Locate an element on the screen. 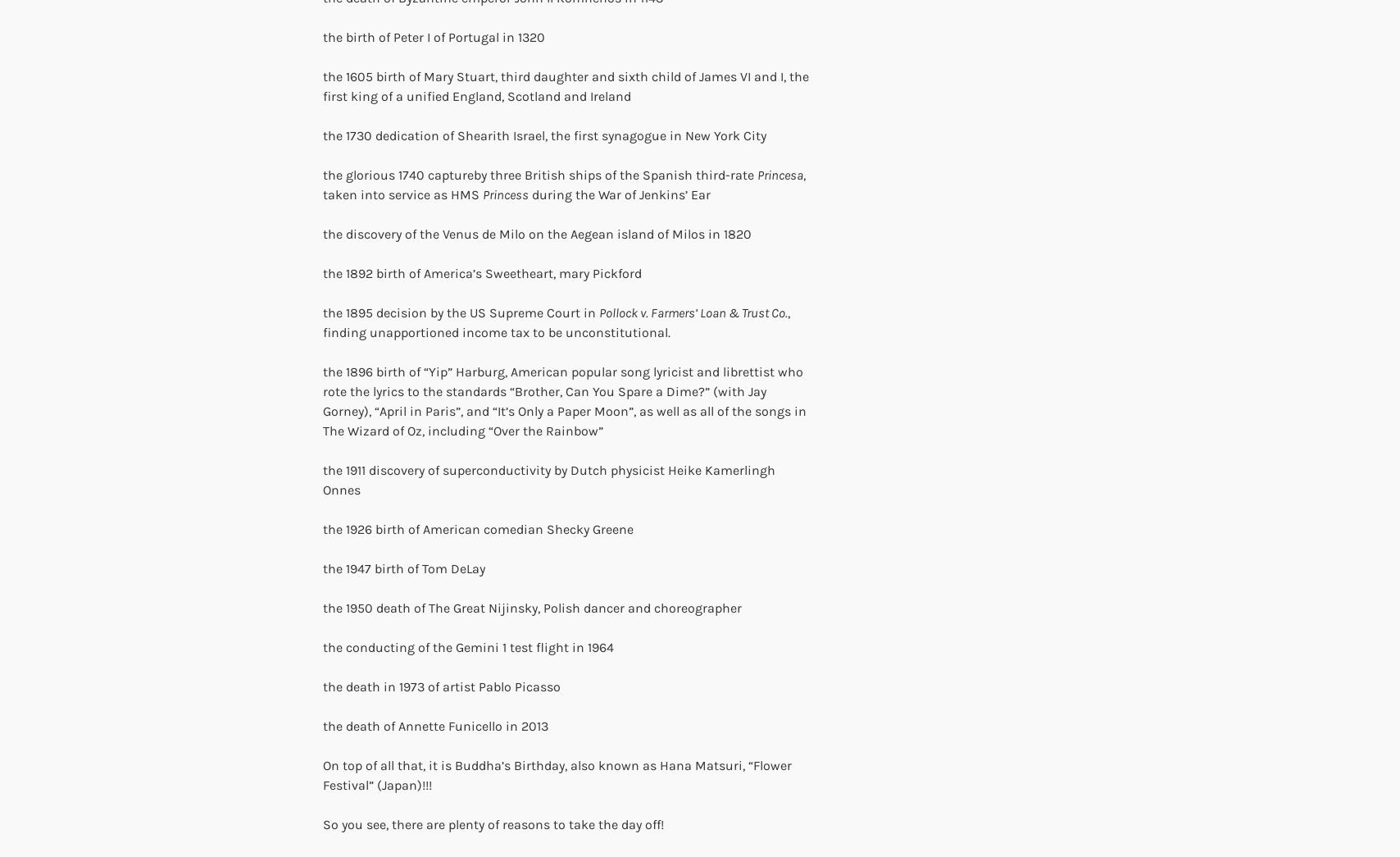 The height and width of the screenshot is (857, 1400). 'the conducting of the Gemini 1 test flight in 1964' is located at coordinates (468, 647).